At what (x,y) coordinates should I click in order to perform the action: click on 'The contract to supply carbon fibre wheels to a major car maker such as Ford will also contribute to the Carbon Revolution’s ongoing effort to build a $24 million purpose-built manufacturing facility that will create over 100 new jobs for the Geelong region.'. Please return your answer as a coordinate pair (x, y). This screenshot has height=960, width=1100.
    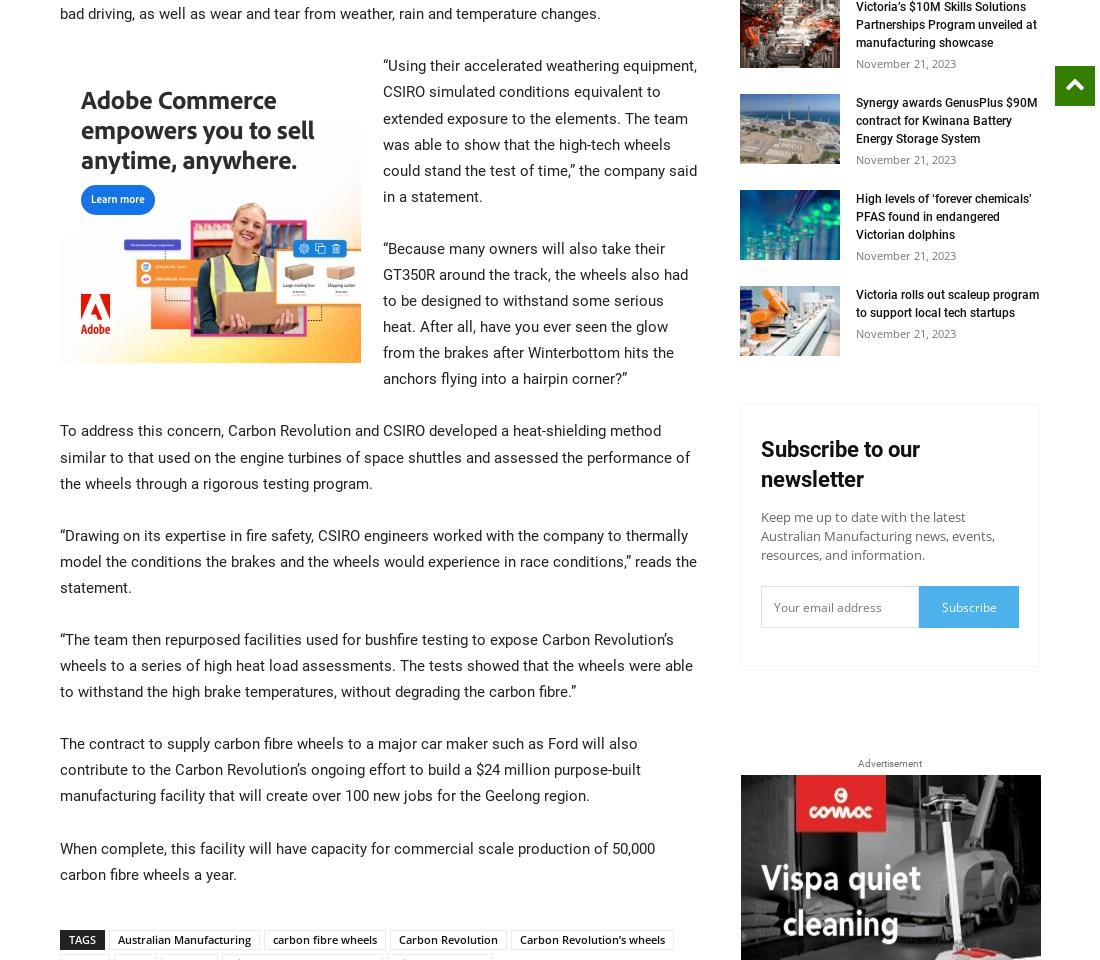
    Looking at the image, I should click on (58, 769).